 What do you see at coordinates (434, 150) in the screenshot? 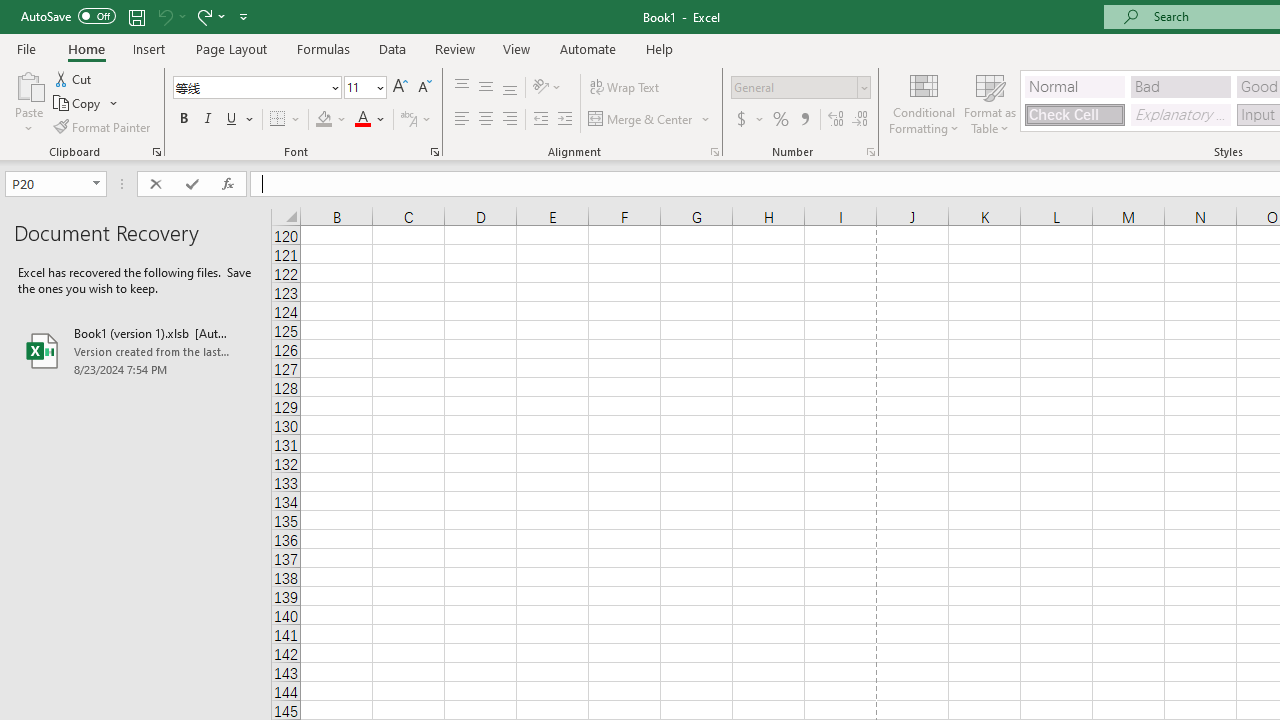
I see `'Format Cell Font'` at bounding box center [434, 150].